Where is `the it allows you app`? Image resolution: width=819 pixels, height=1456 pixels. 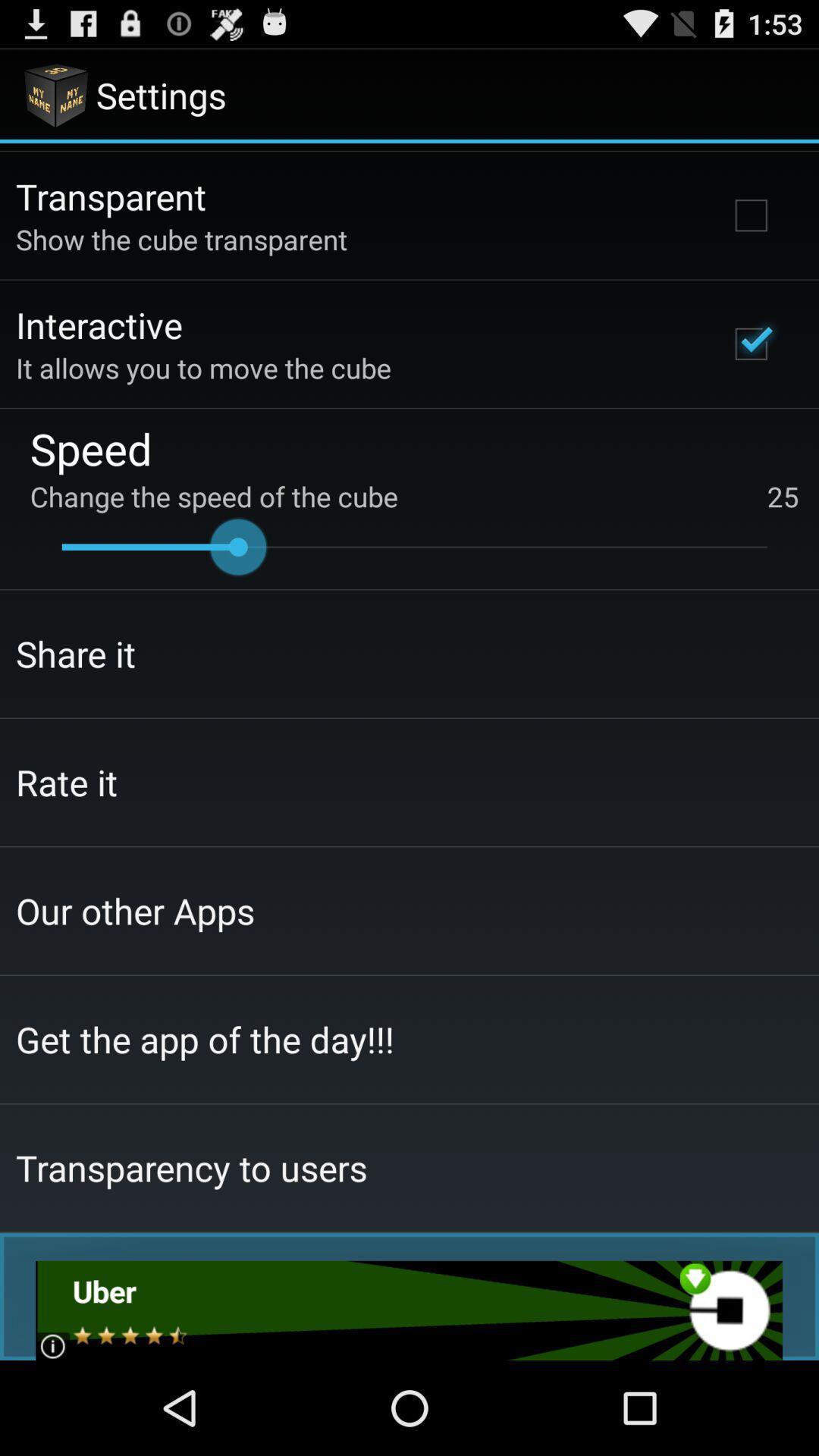
the it allows you app is located at coordinates (202, 368).